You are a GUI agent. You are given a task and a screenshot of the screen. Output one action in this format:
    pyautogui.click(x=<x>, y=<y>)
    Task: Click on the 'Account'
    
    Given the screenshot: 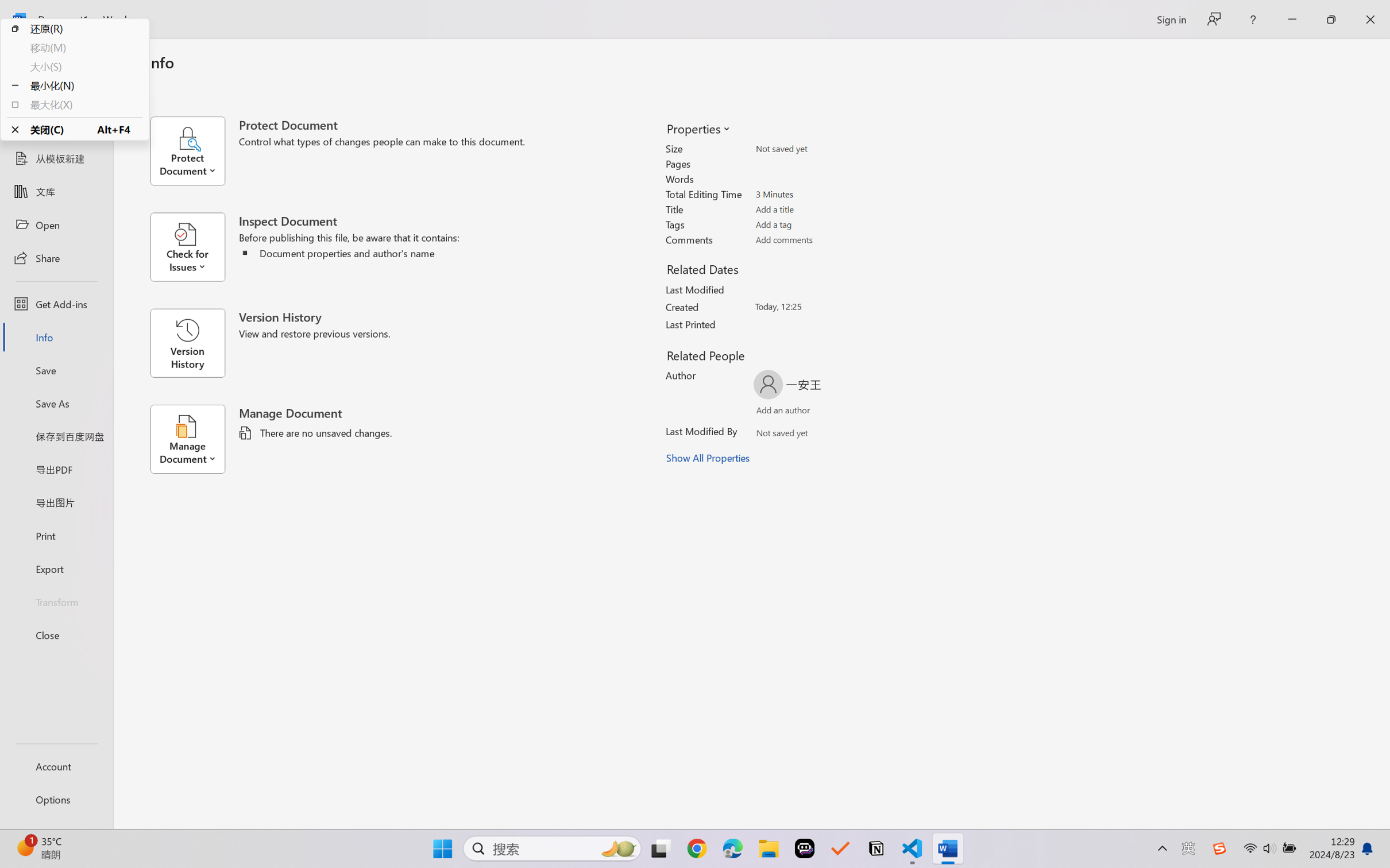 What is the action you would take?
    pyautogui.click(x=56, y=766)
    